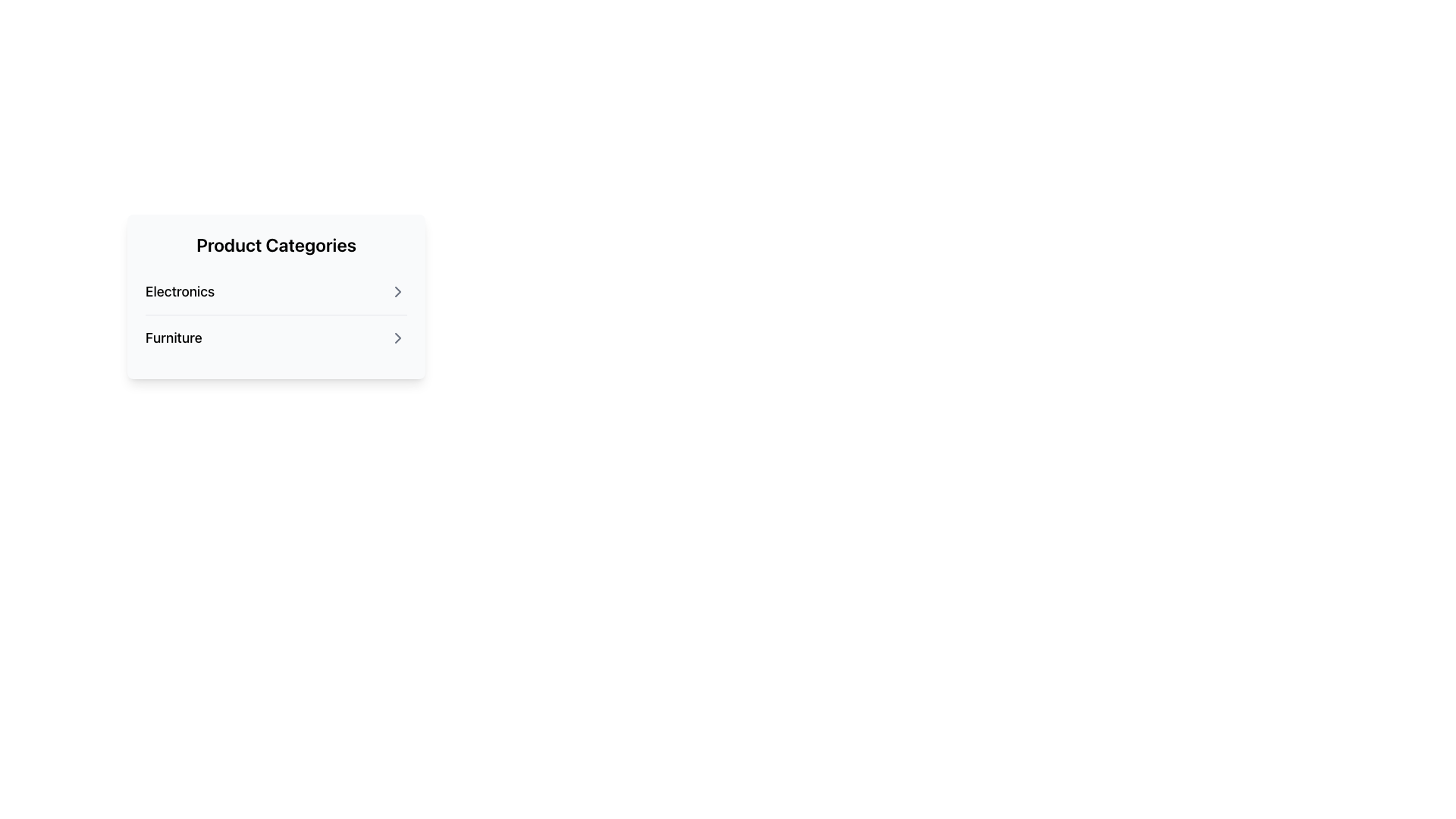 The width and height of the screenshot is (1456, 819). Describe the element at coordinates (180, 292) in the screenshot. I see `the 'Electronics' category title text label, which is the first item in the product categories list` at that location.